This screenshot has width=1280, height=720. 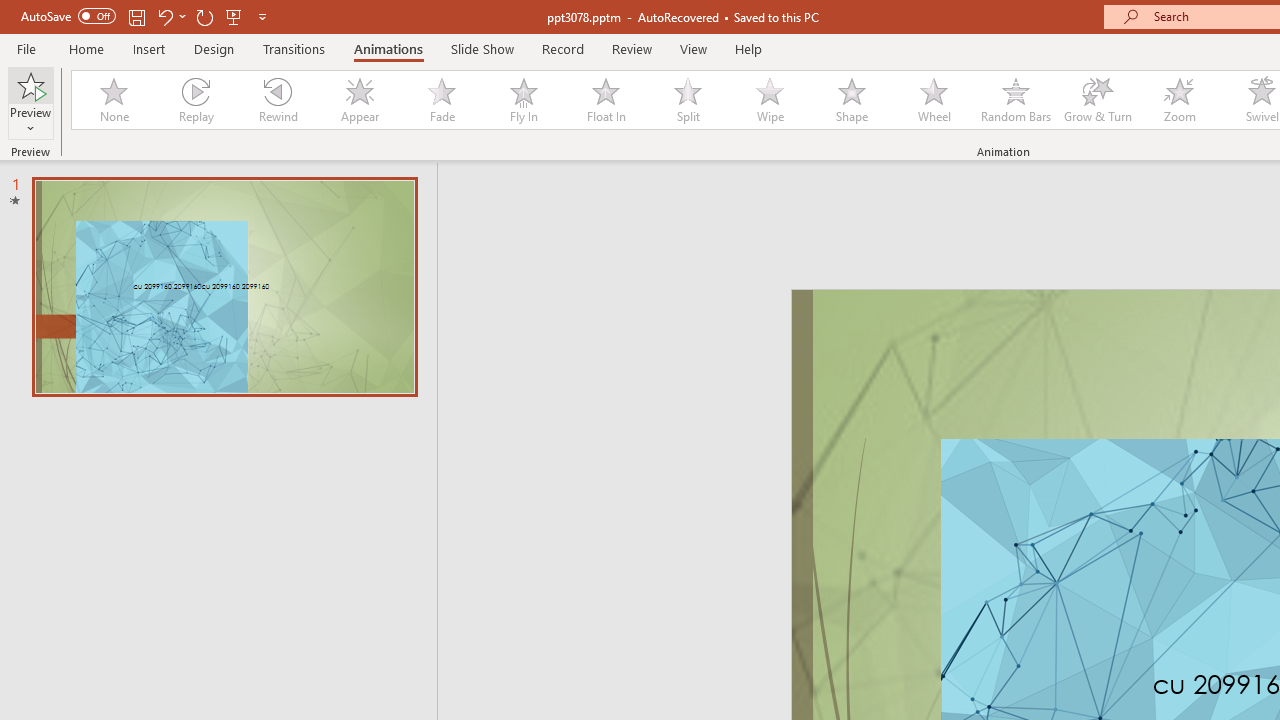 What do you see at coordinates (112, 100) in the screenshot?
I see `'None'` at bounding box center [112, 100].